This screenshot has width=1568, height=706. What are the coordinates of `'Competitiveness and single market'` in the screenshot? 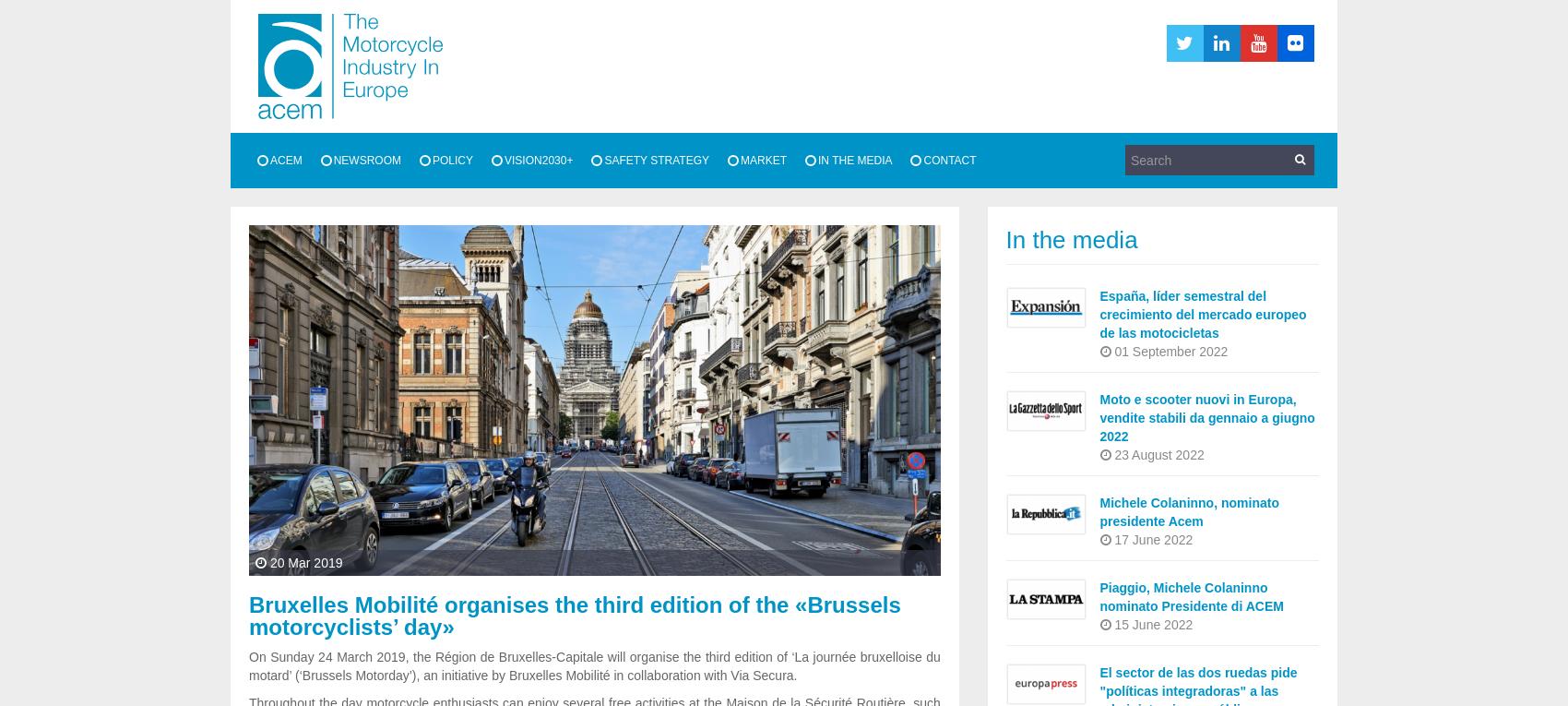 It's located at (501, 321).